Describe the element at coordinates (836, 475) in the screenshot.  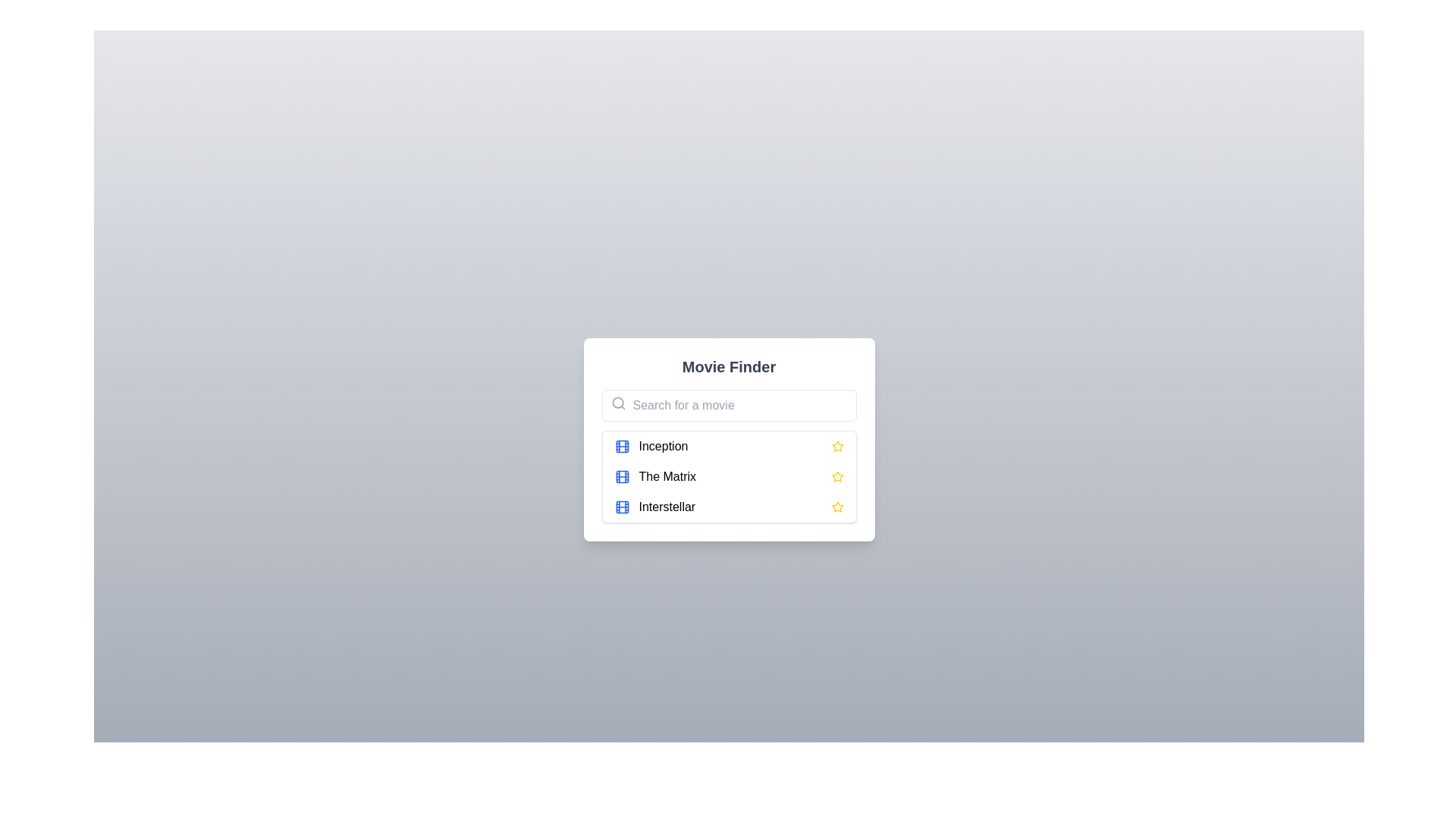
I see `the star-shaped icon located in the rightmost section of the row labeled 'The Matrix' to mark it as a favorite or to rate the movie` at that location.